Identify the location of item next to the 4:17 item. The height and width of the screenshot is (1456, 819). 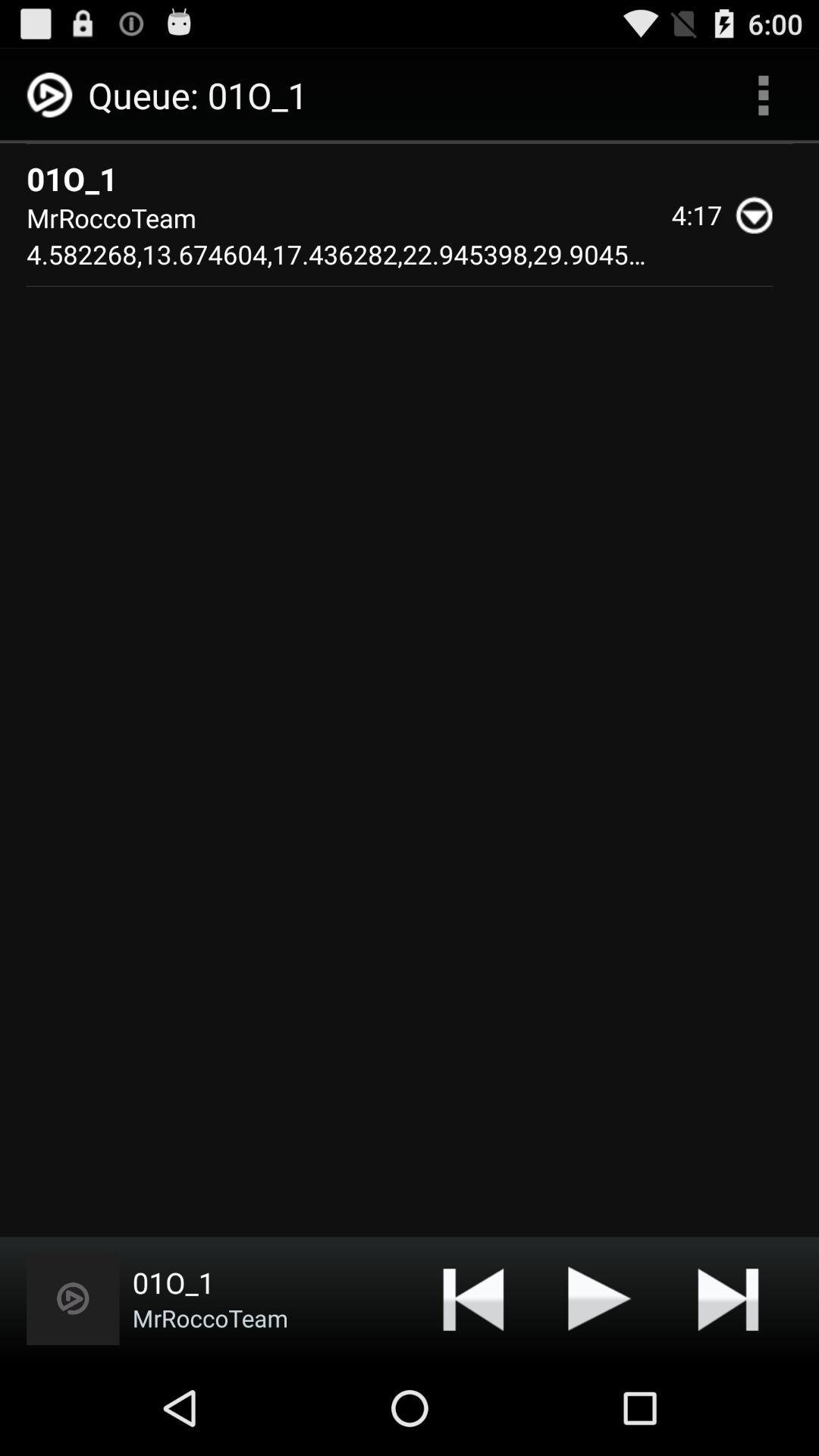
(761, 214).